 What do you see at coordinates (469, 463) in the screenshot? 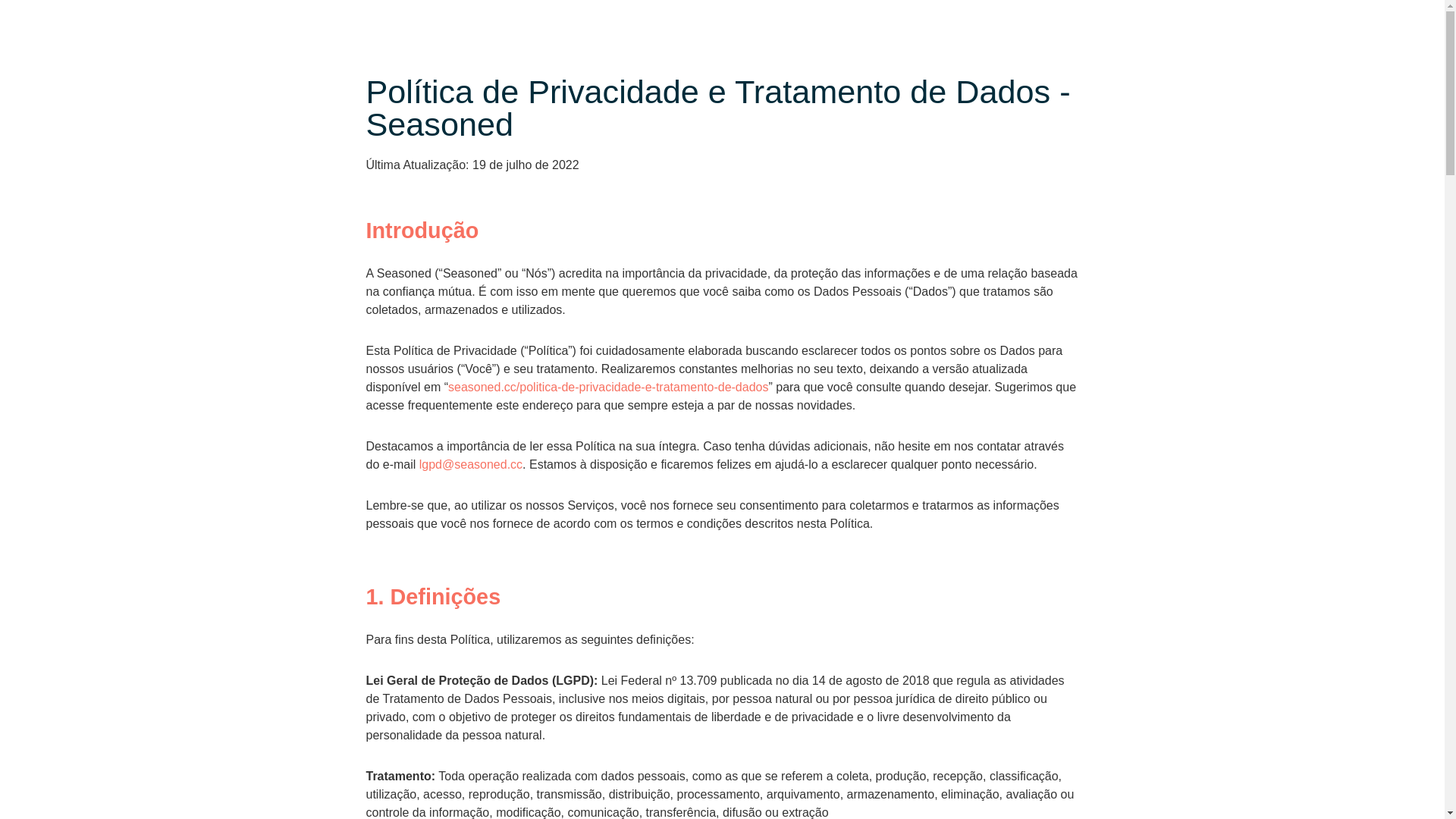
I see `'lgpd@seasoned.cc'` at bounding box center [469, 463].